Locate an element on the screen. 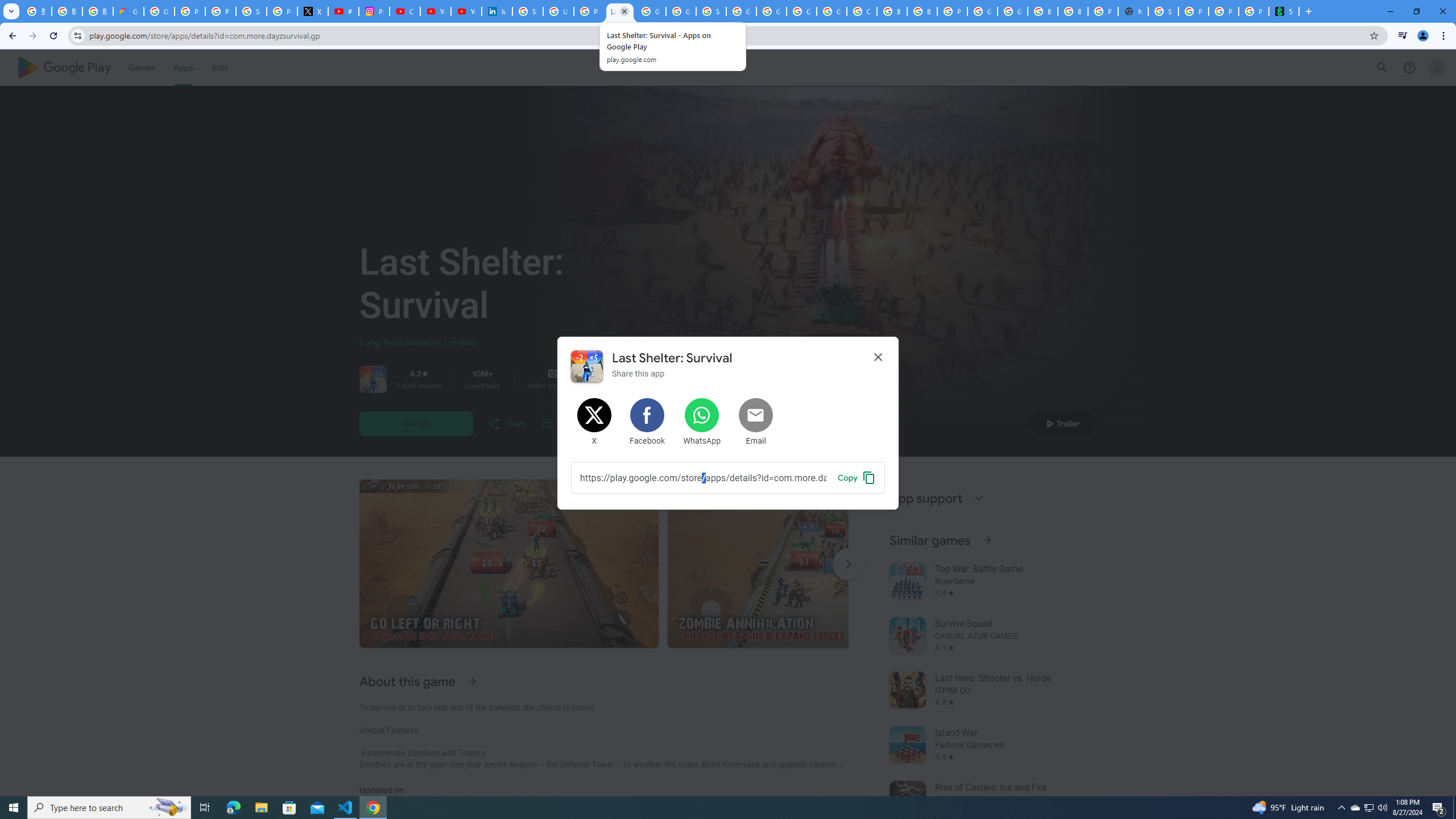  'Google Cloud Privacy Notice' is located at coordinates (127, 11).